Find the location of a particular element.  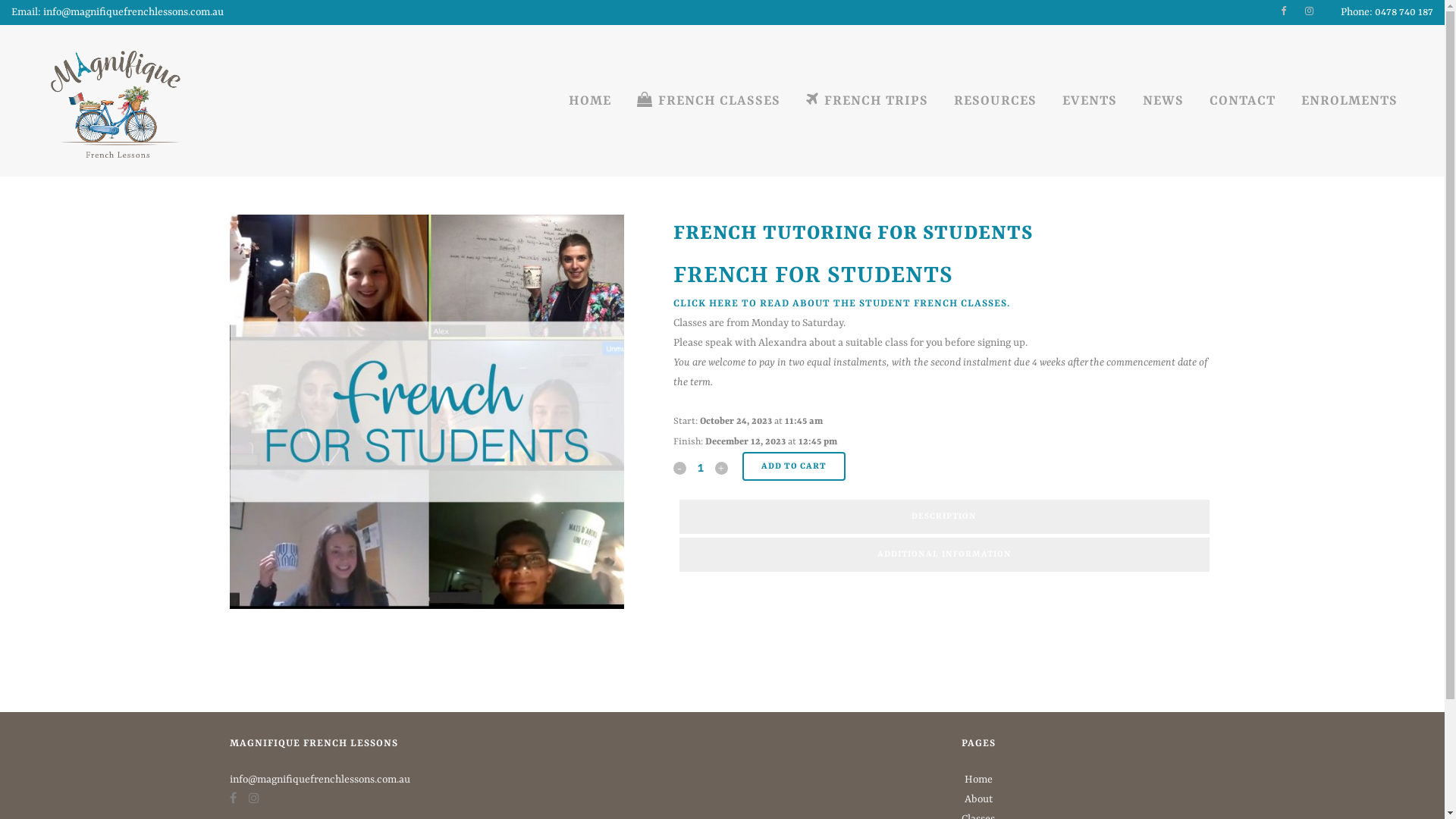

'ENROLMENTS' is located at coordinates (1349, 100).